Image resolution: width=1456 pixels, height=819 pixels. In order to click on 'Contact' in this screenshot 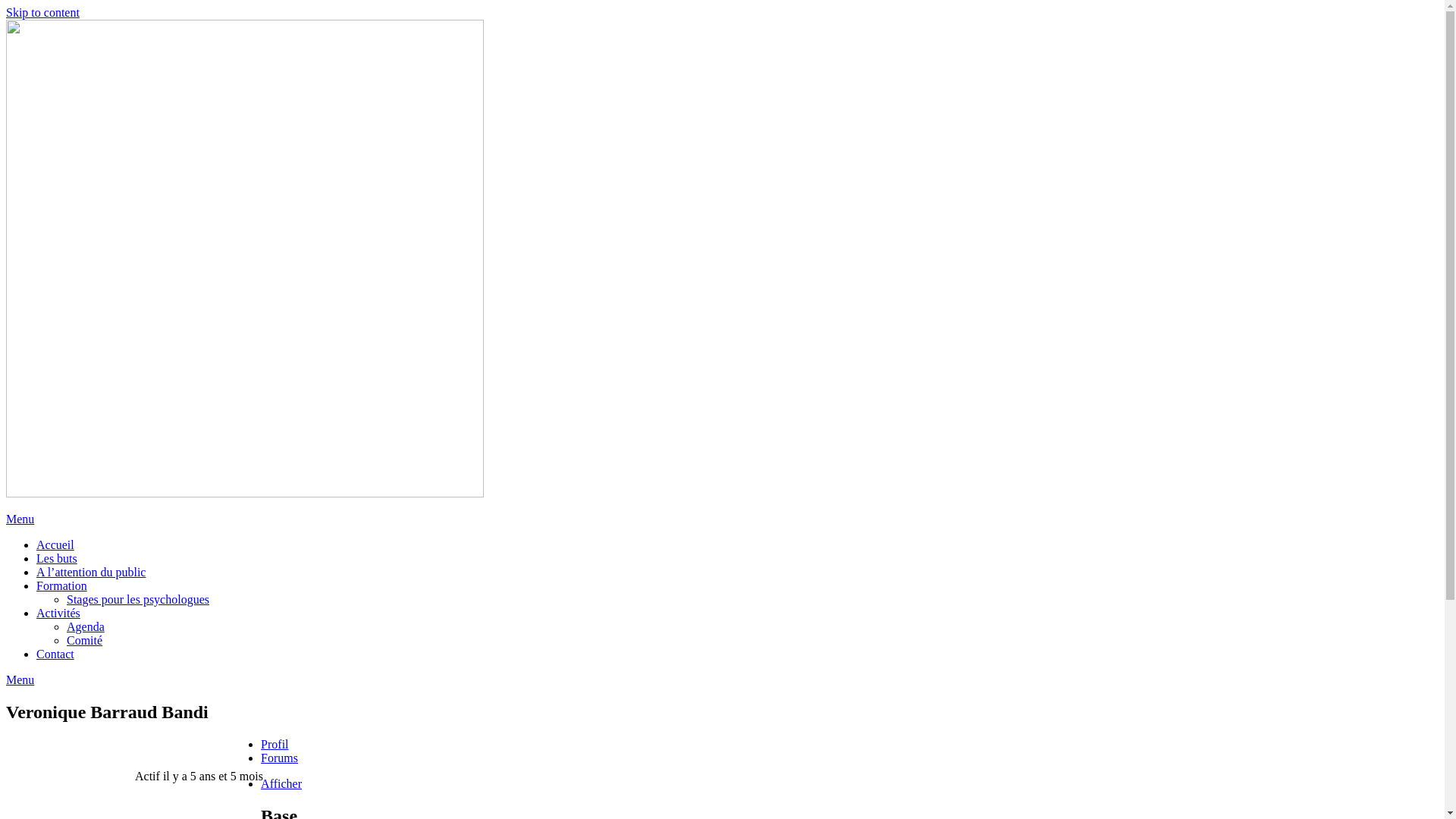, I will do `click(55, 653)`.